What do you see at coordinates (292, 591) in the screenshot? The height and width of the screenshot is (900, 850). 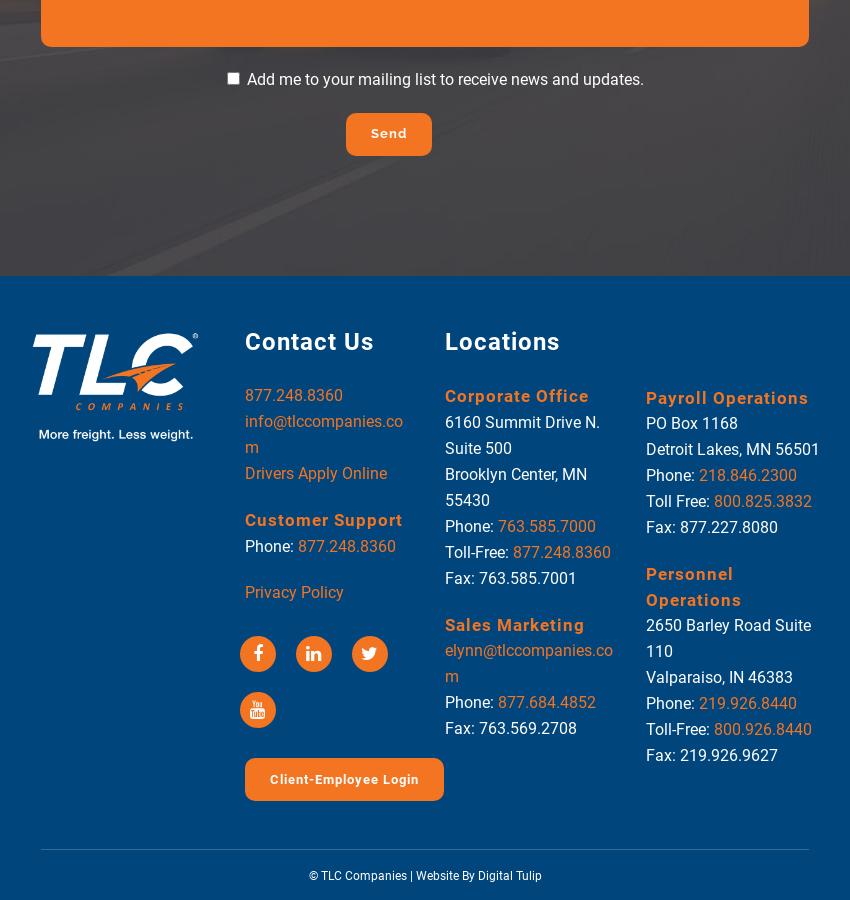 I see `'Privacy Policy'` at bounding box center [292, 591].